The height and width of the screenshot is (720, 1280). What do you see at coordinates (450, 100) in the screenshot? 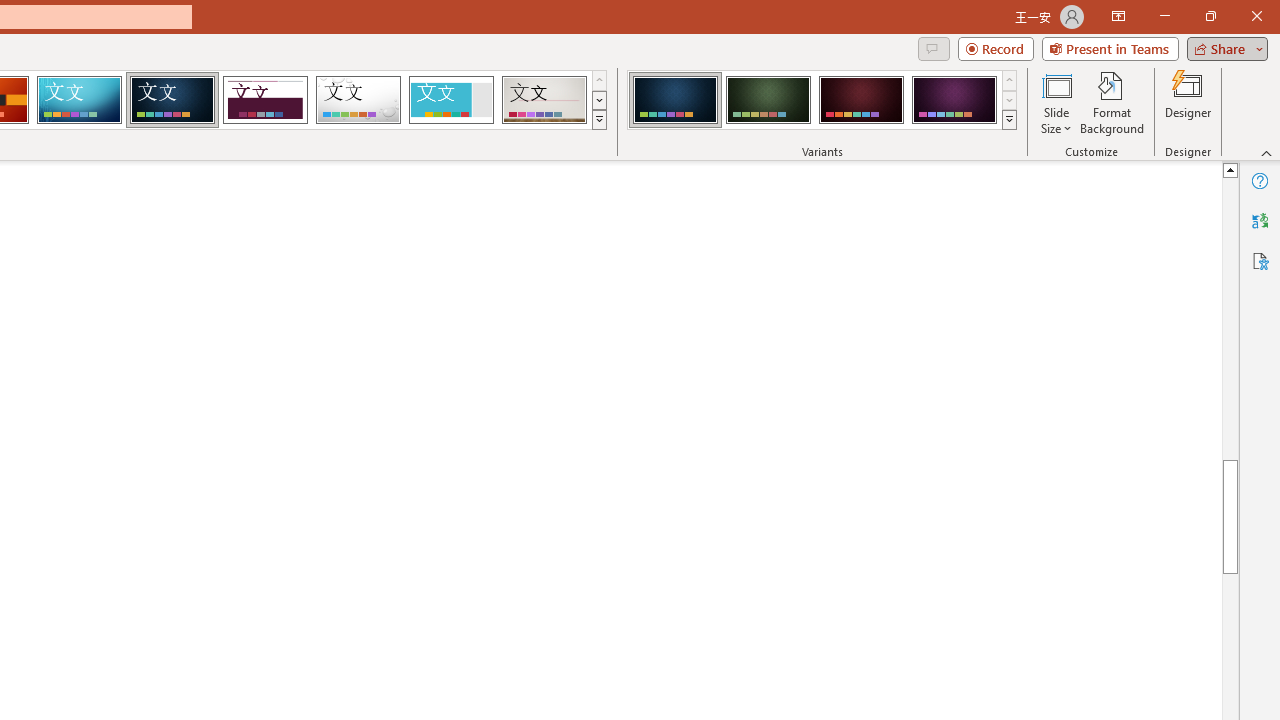
I see `'Frame'` at bounding box center [450, 100].